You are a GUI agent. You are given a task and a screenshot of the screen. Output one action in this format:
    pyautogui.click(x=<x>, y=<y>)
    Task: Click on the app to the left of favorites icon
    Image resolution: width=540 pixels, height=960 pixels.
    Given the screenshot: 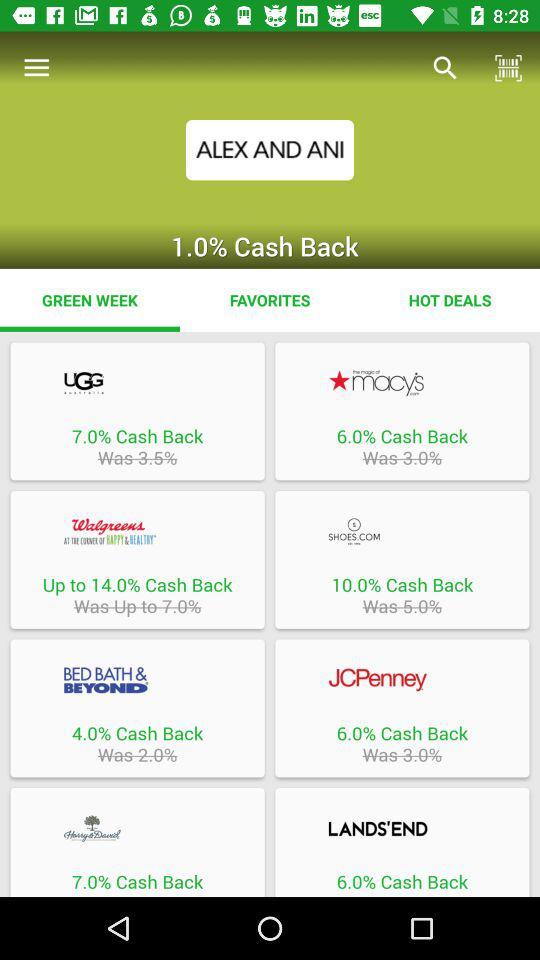 What is the action you would take?
    pyautogui.click(x=89, y=299)
    